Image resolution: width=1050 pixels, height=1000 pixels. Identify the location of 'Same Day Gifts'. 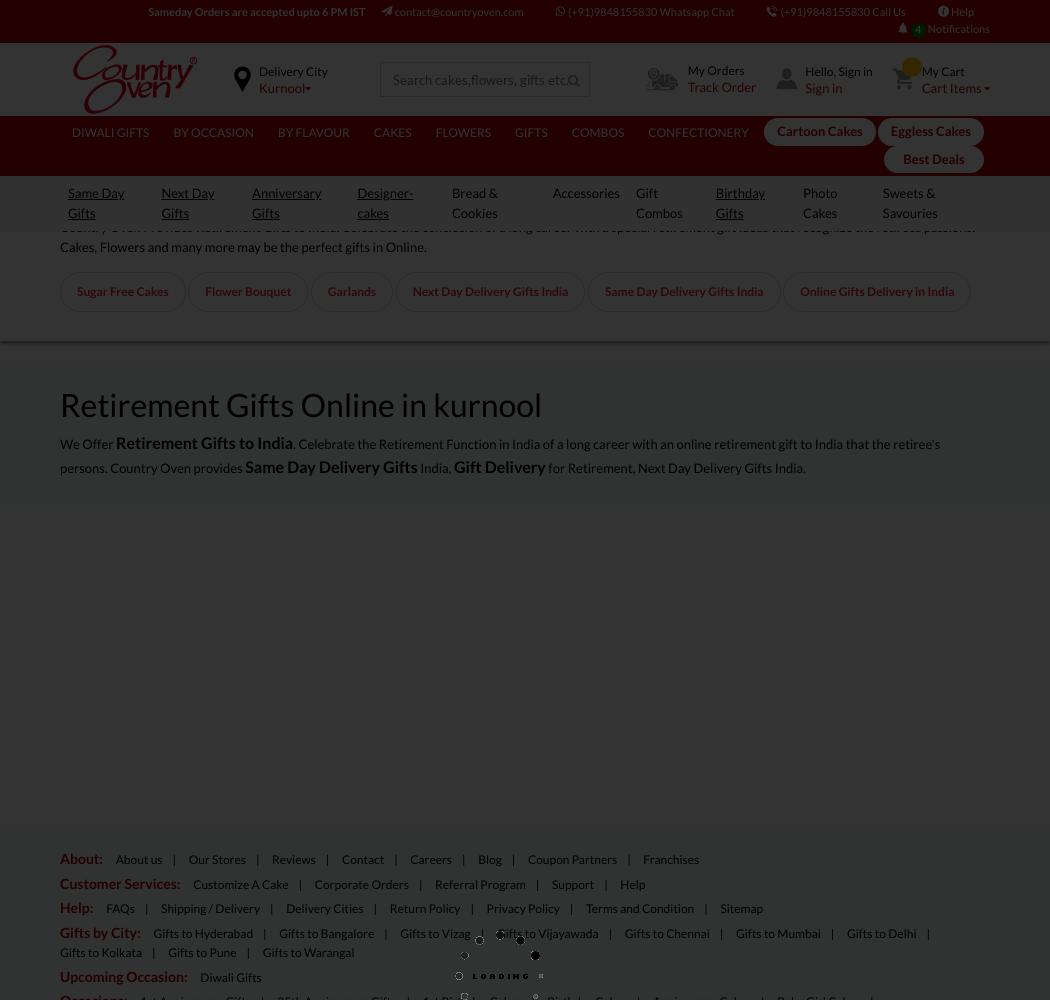
(67, 201).